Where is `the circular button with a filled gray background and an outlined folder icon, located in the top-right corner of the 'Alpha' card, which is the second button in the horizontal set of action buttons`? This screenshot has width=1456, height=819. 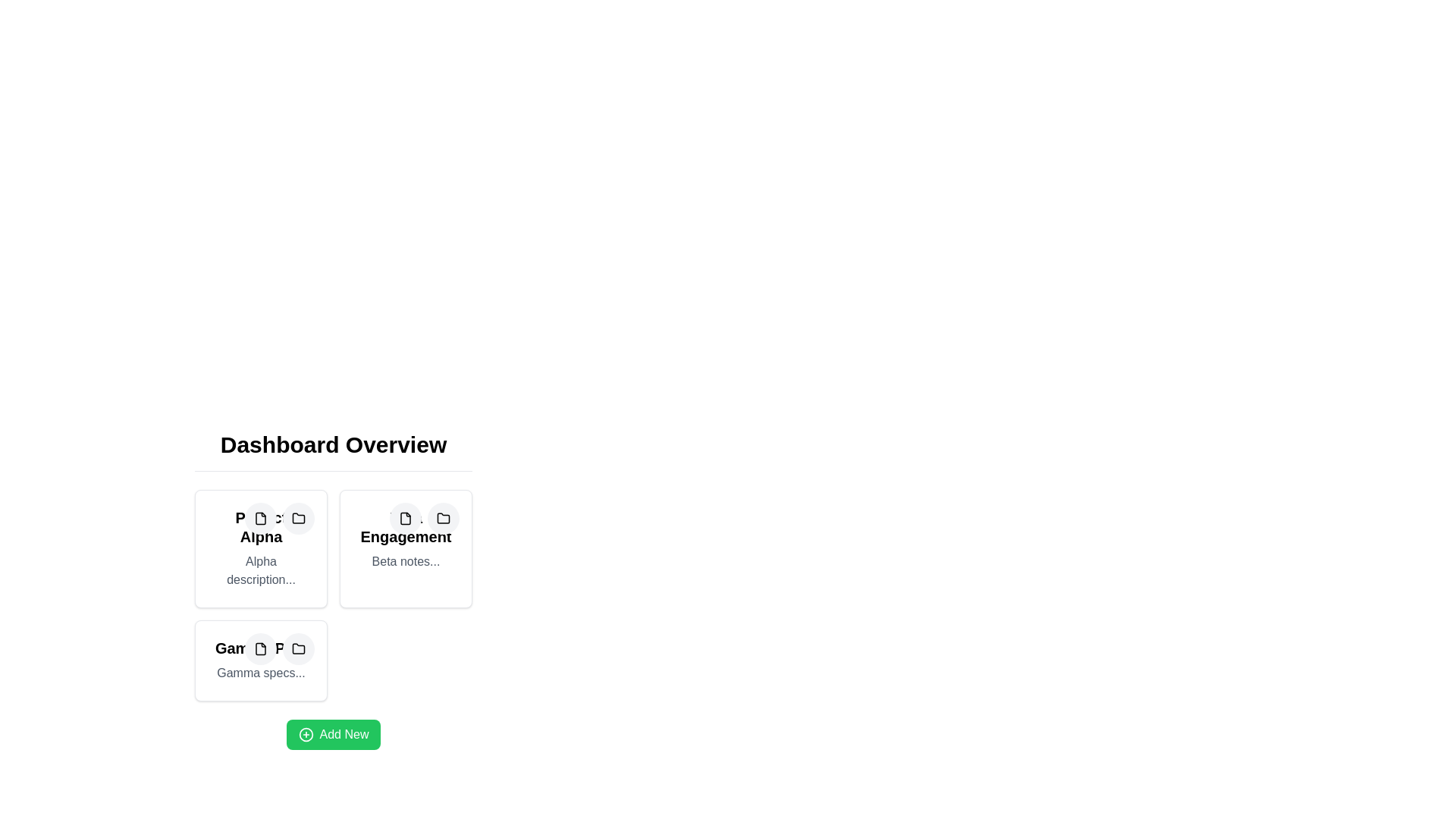 the circular button with a filled gray background and an outlined folder icon, located in the top-right corner of the 'Alpha' card, which is the second button in the horizontal set of action buttons is located at coordinates (298, 517).